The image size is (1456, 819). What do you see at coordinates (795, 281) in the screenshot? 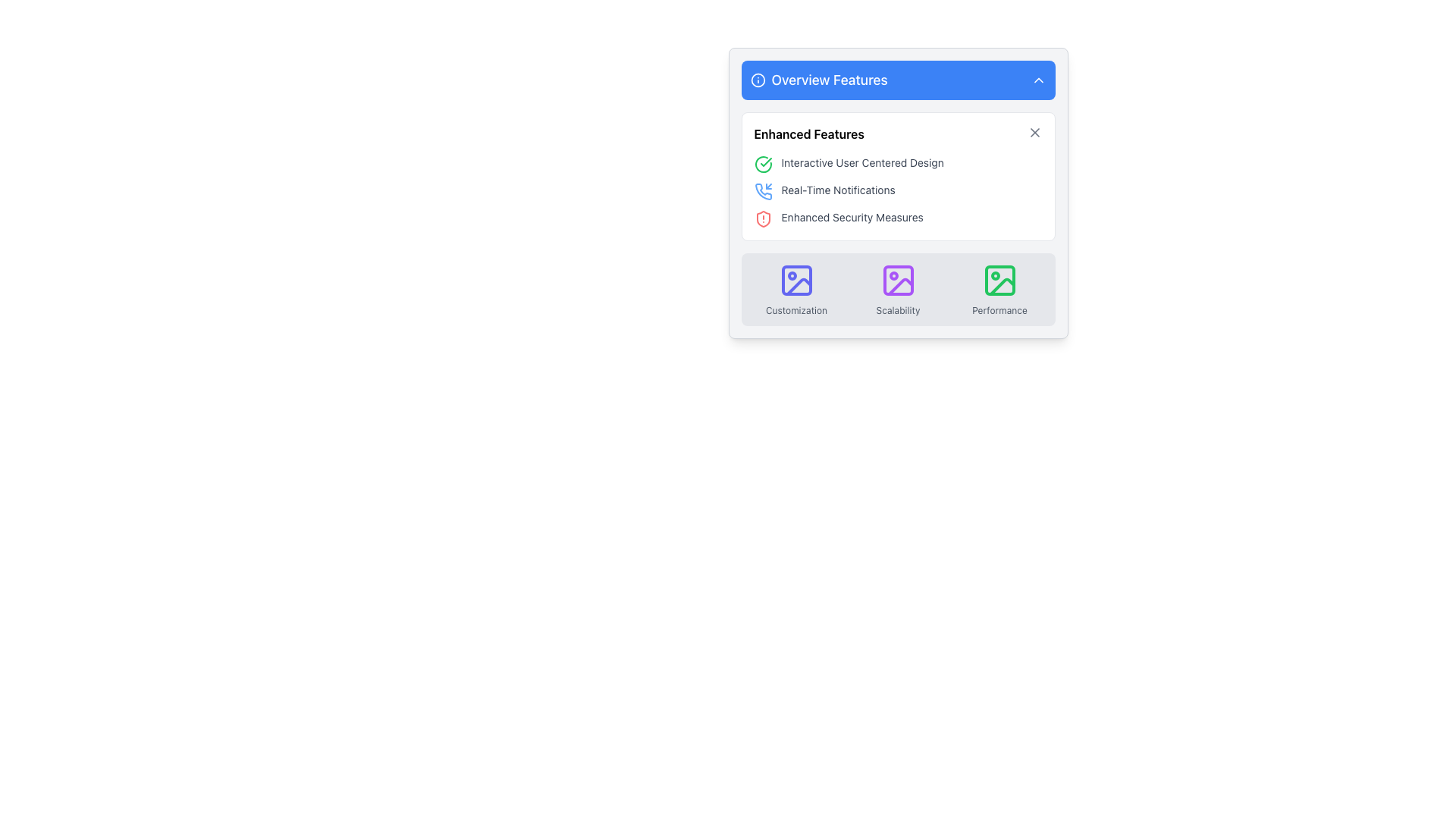
I see `the 'Customization' feature icon located at the leftmost position in the bottom section of the 'Overview Features' card interface, directly above the text label 'Customization'` at bounding box center [795, 281].